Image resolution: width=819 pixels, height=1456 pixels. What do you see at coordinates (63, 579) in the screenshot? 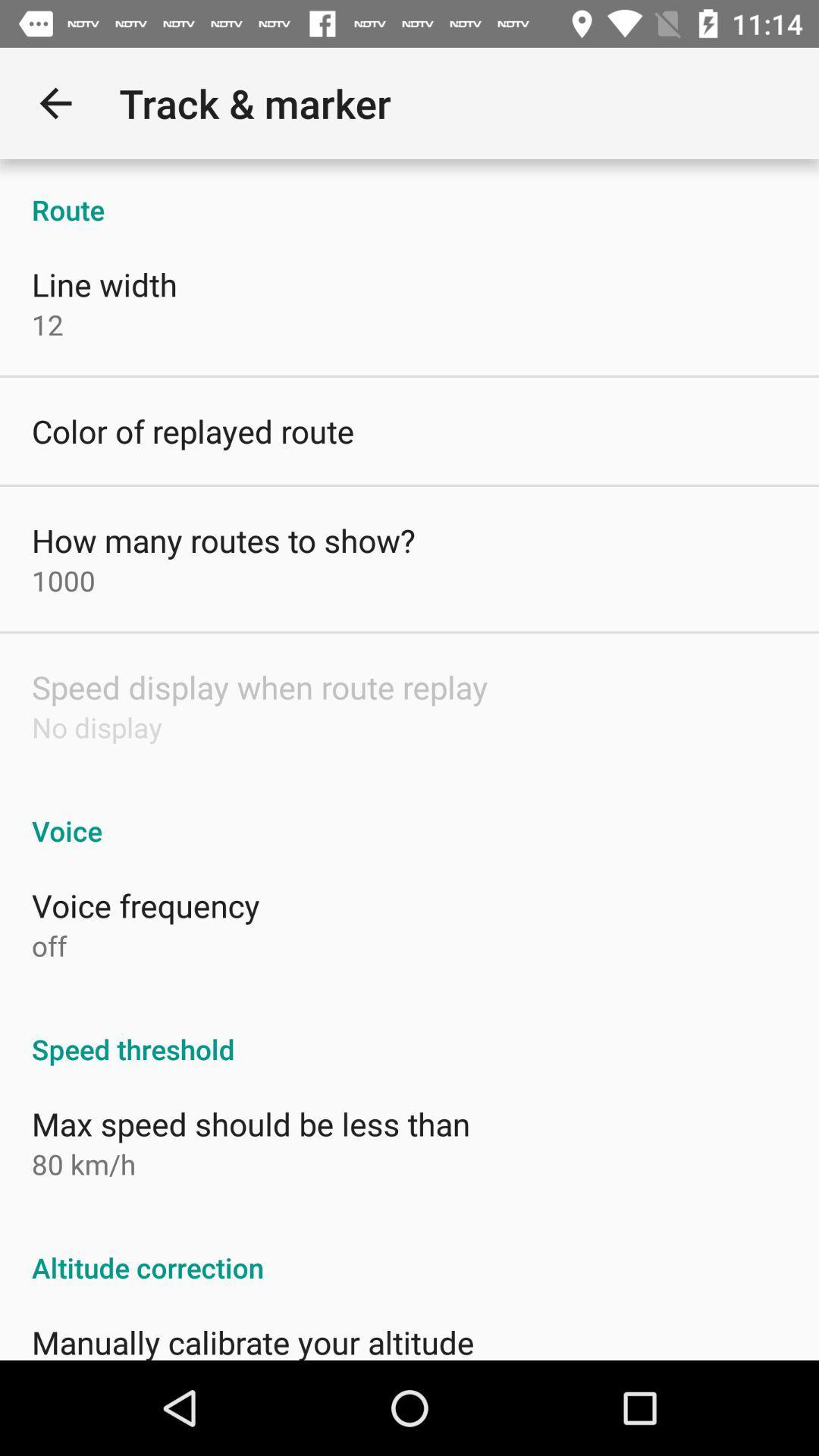
I see `the 1000 item` at bounding box center [63, 579].